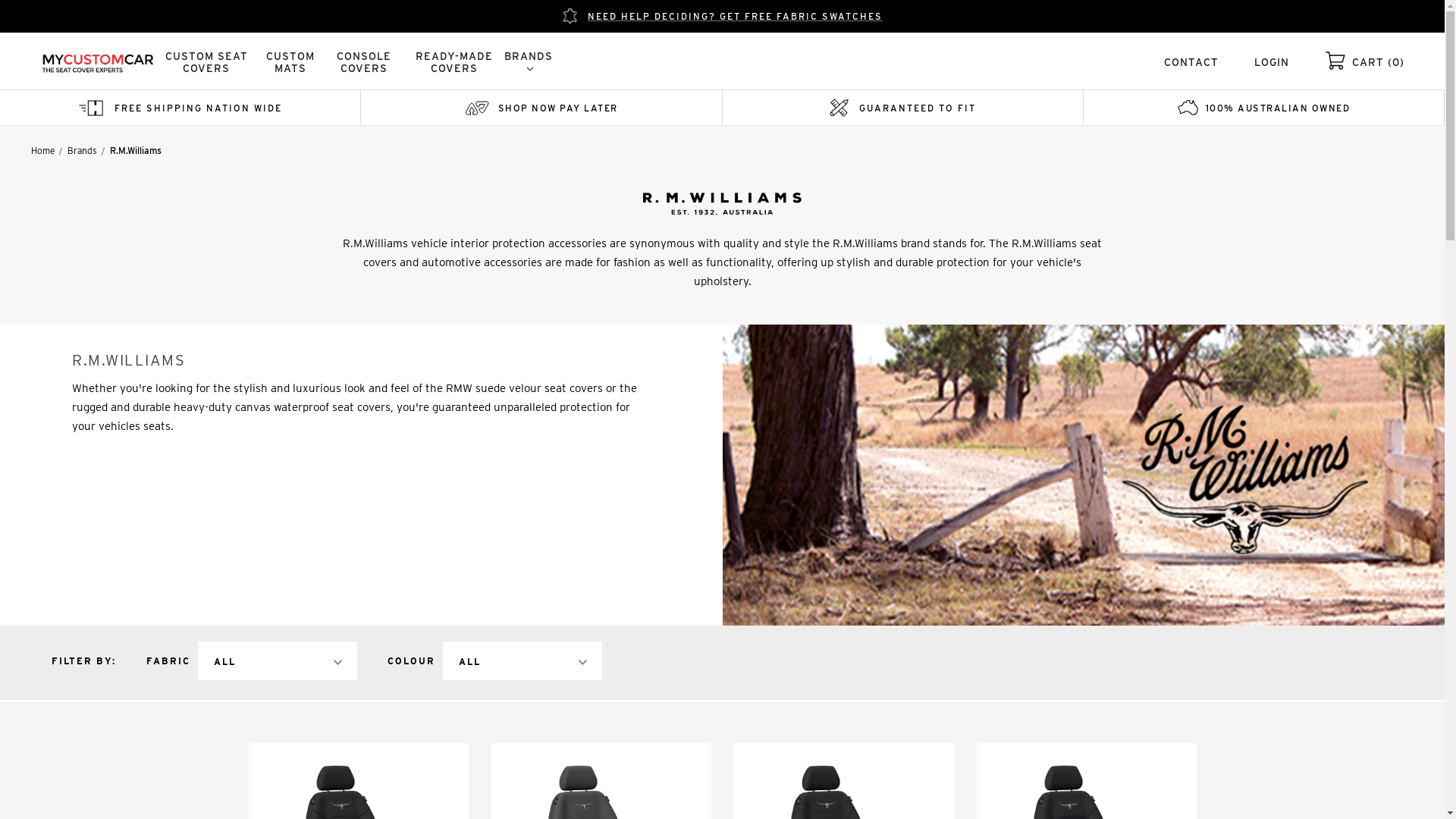 The width and height of the screenshot is (1456, 819). Describe the element at coordinates (1082, 474) in the screenshot. I see `'R.M.Williams'` at that location.